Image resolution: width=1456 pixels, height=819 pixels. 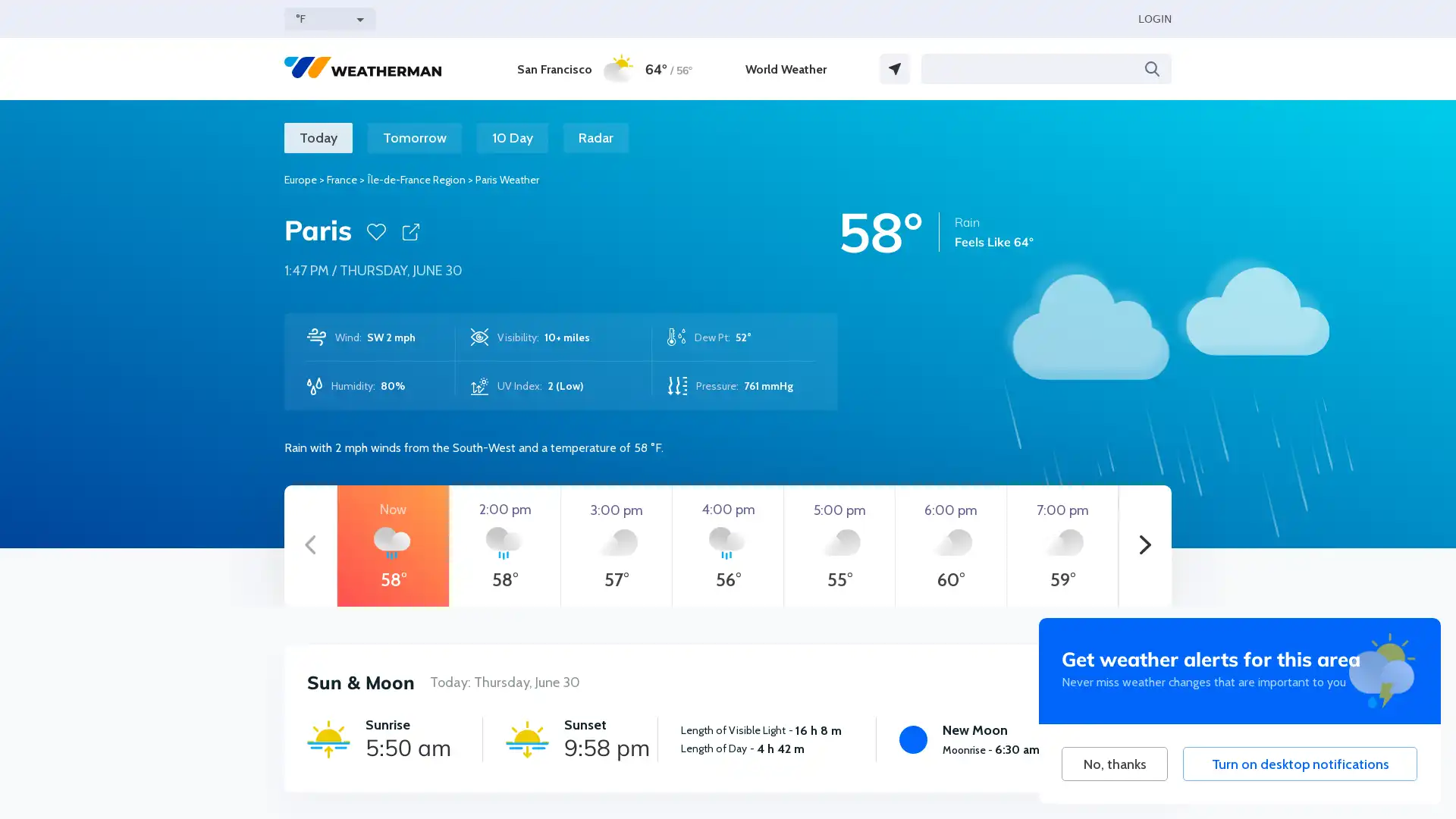 What do you see at coordinates (1145, 546) in the screenshot?
I see `Next hours` at bounding box center [1145, 546].